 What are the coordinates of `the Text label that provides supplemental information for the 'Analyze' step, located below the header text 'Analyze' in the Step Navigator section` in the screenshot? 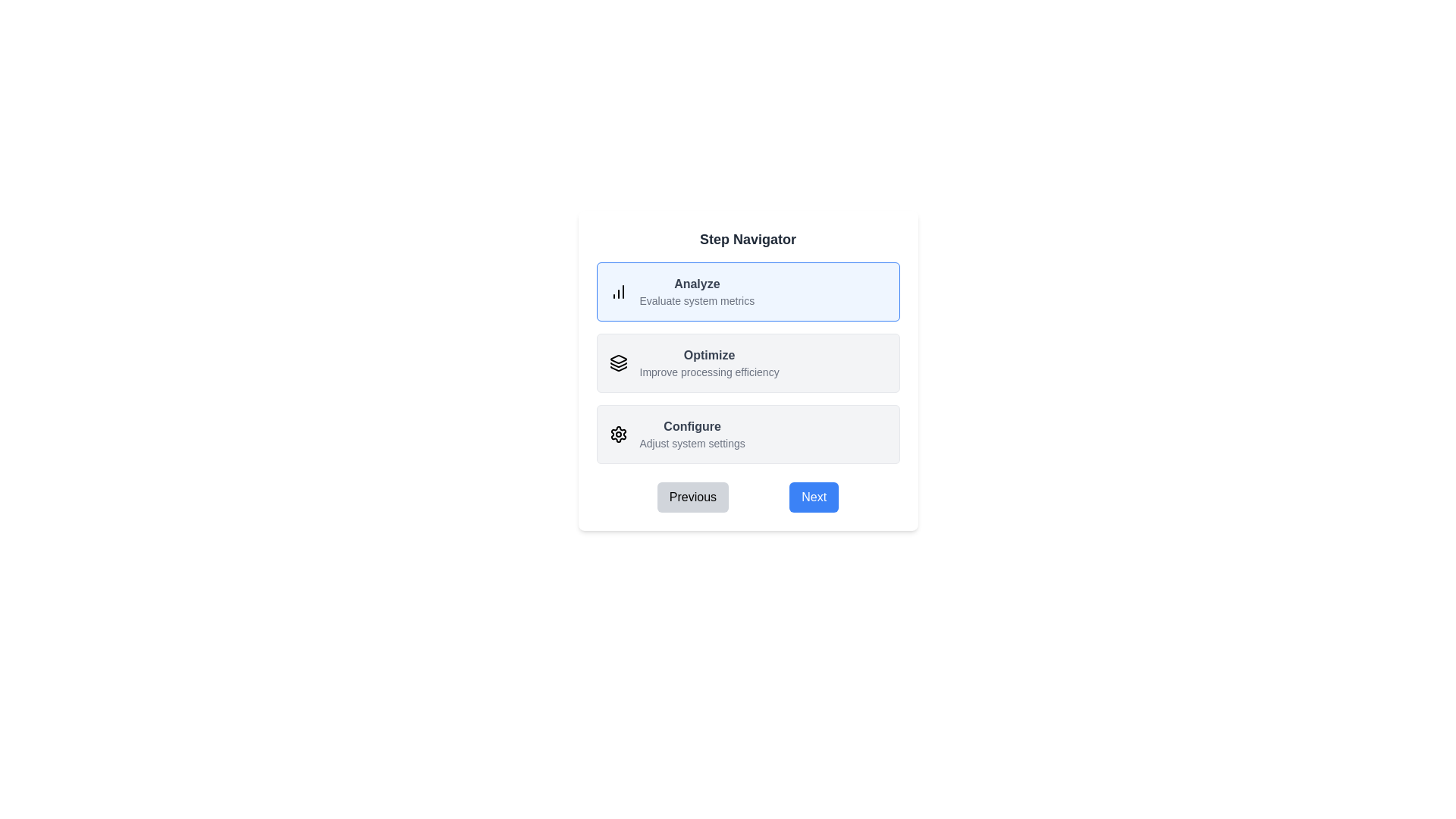 It's located at (696, 301).